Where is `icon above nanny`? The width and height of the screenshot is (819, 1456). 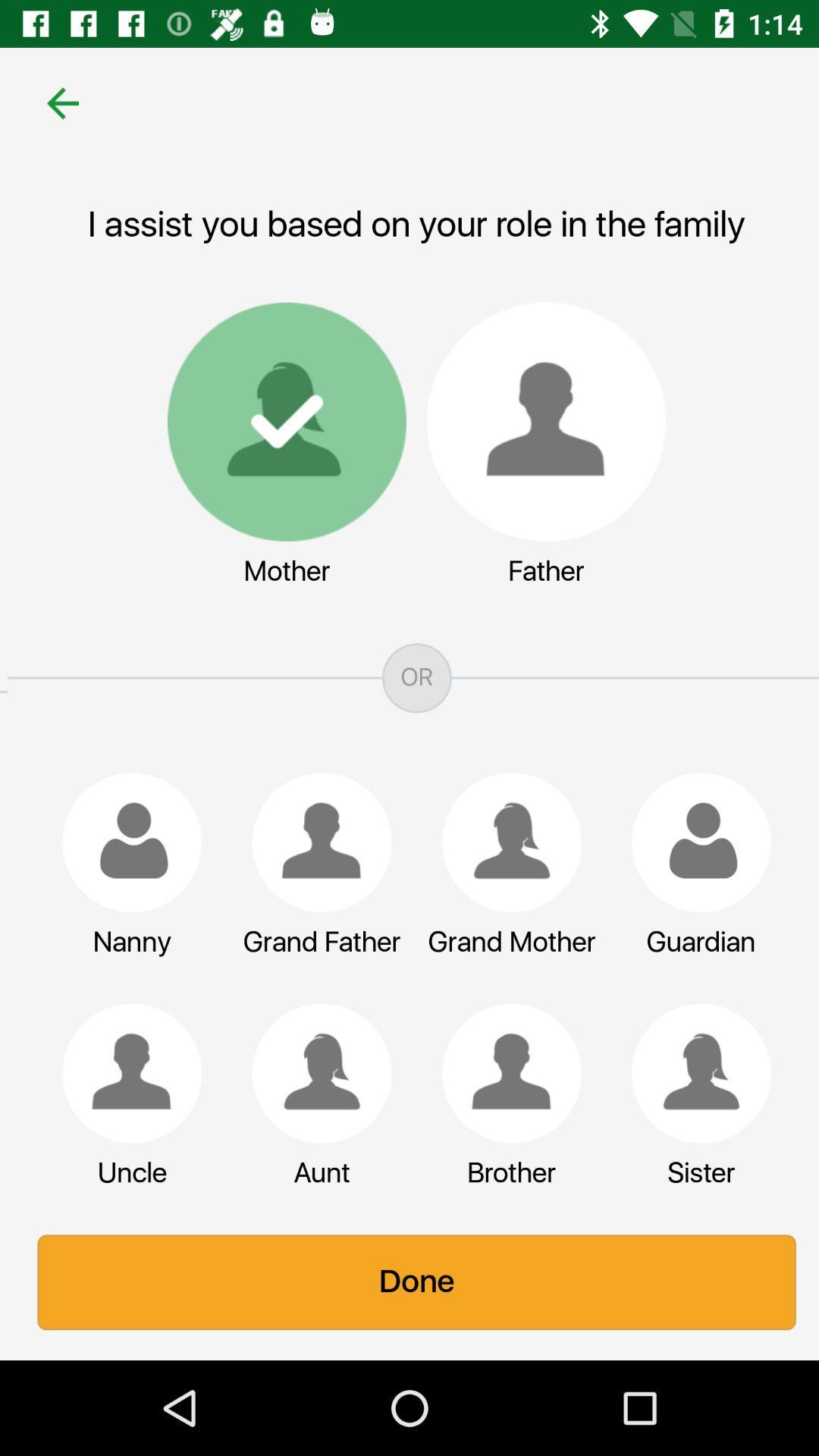
icon above nanny is located at coordinates (124, 842).